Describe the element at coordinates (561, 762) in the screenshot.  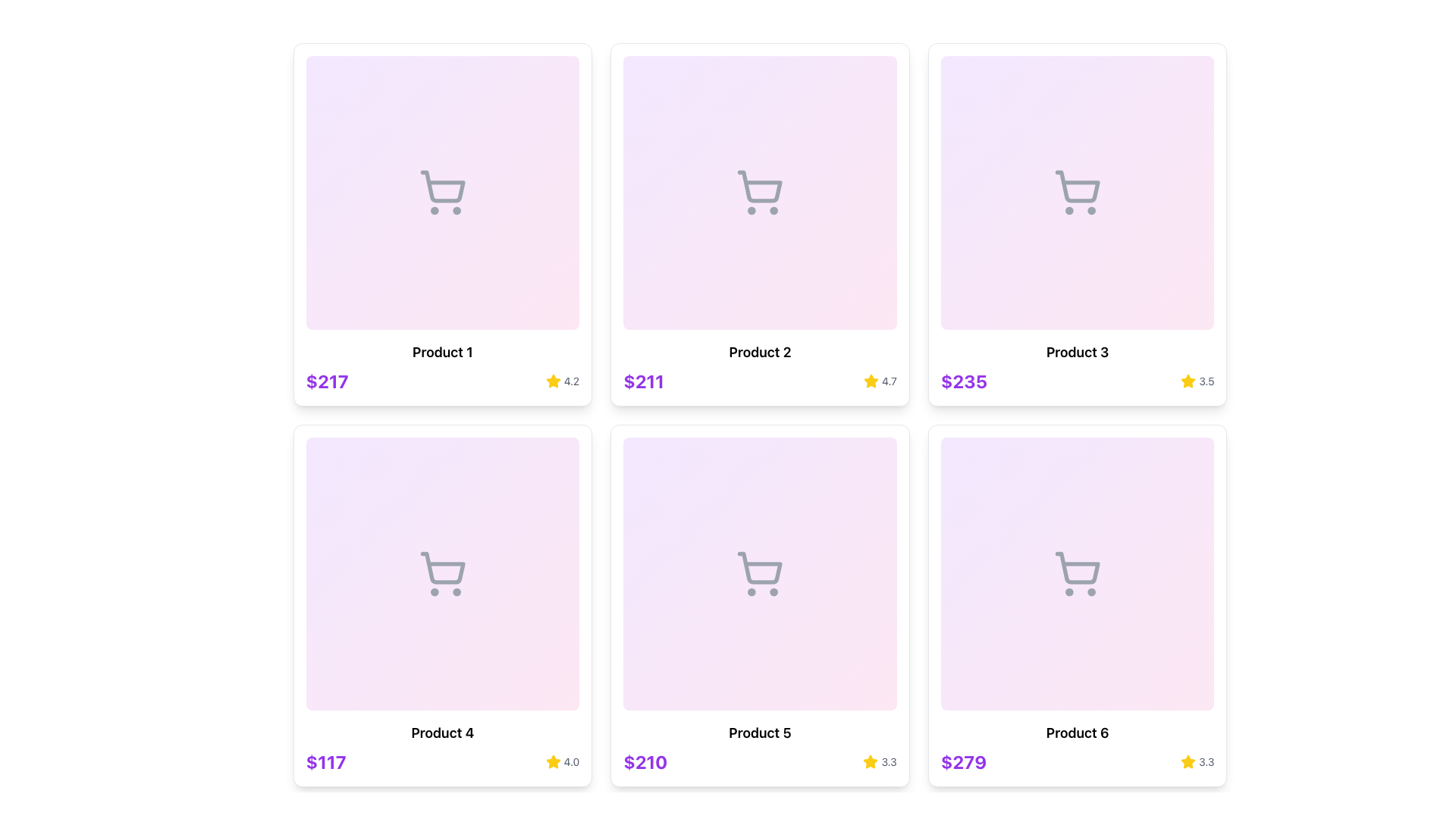
I see `rating value displayed on the Rating indicator for 'Product 4,' located at the bottom-right section of its card layout, adjacent to the price '$117.'` at that location.